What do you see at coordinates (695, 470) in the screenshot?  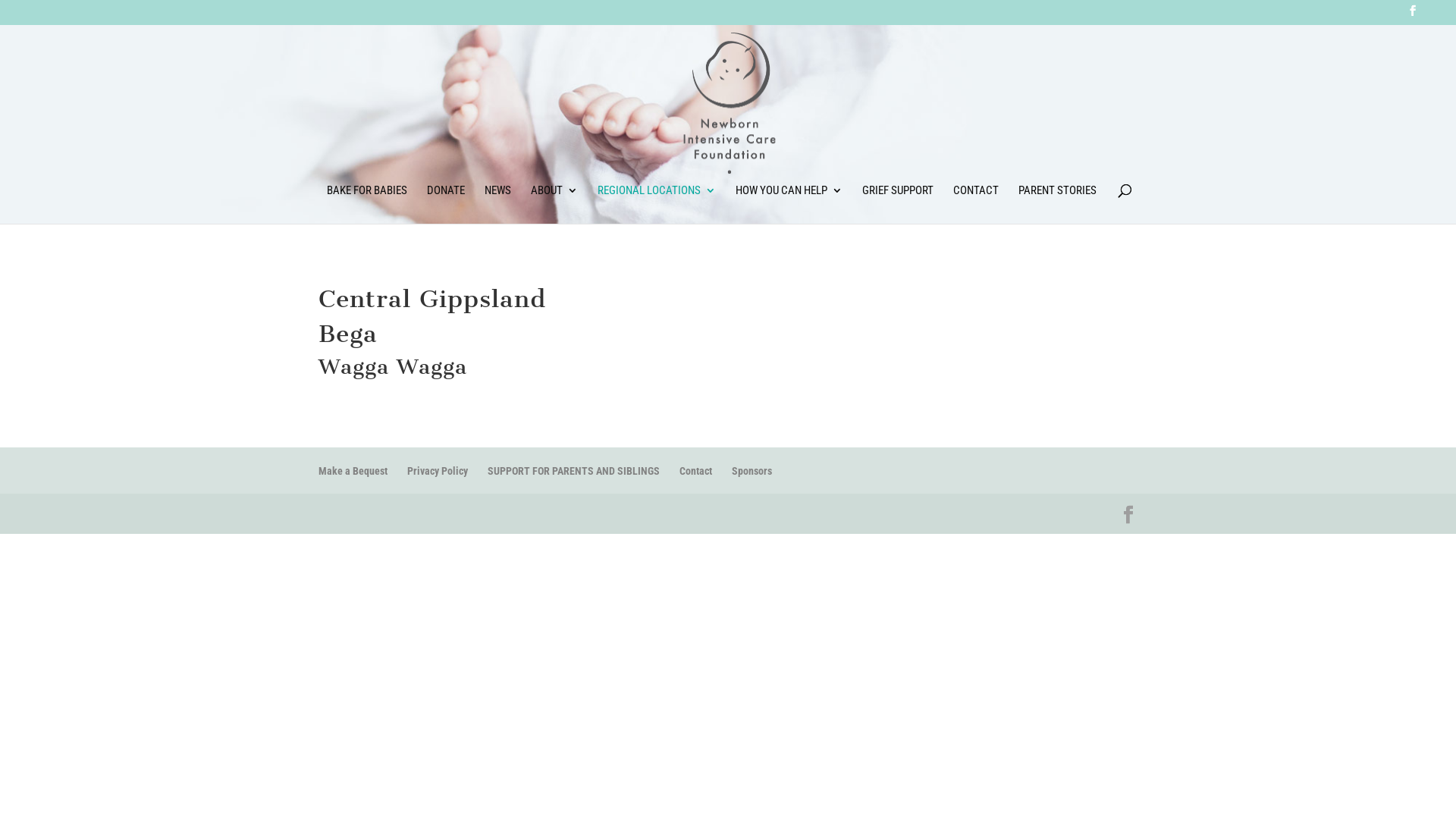 I see `'Contact'` at bounding box center [695, 470].